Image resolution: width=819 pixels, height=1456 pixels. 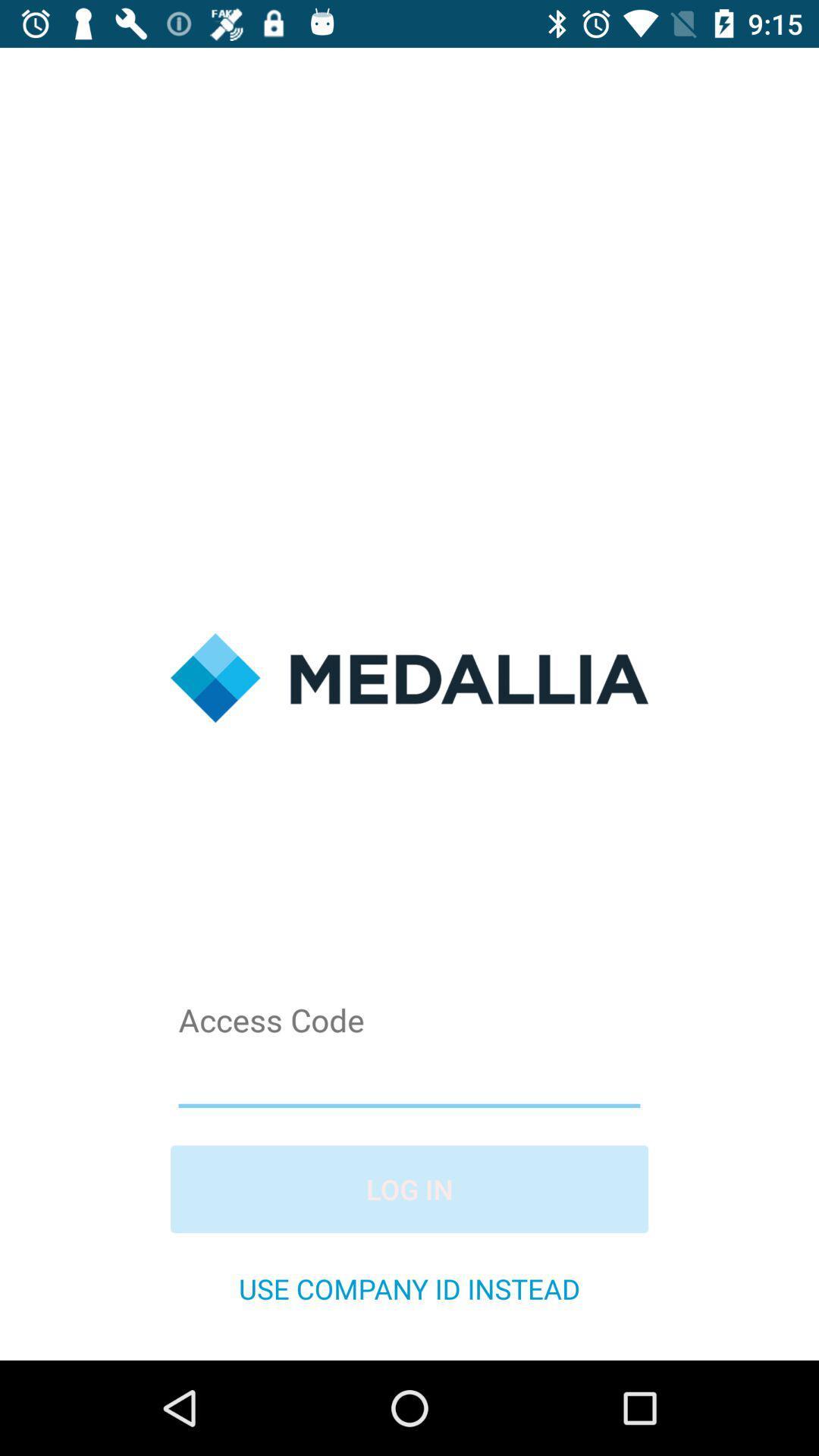 What do you see at coordinates (409, 1075) in the screenshot?
I see `access code` at bounding box center [409, 1075].